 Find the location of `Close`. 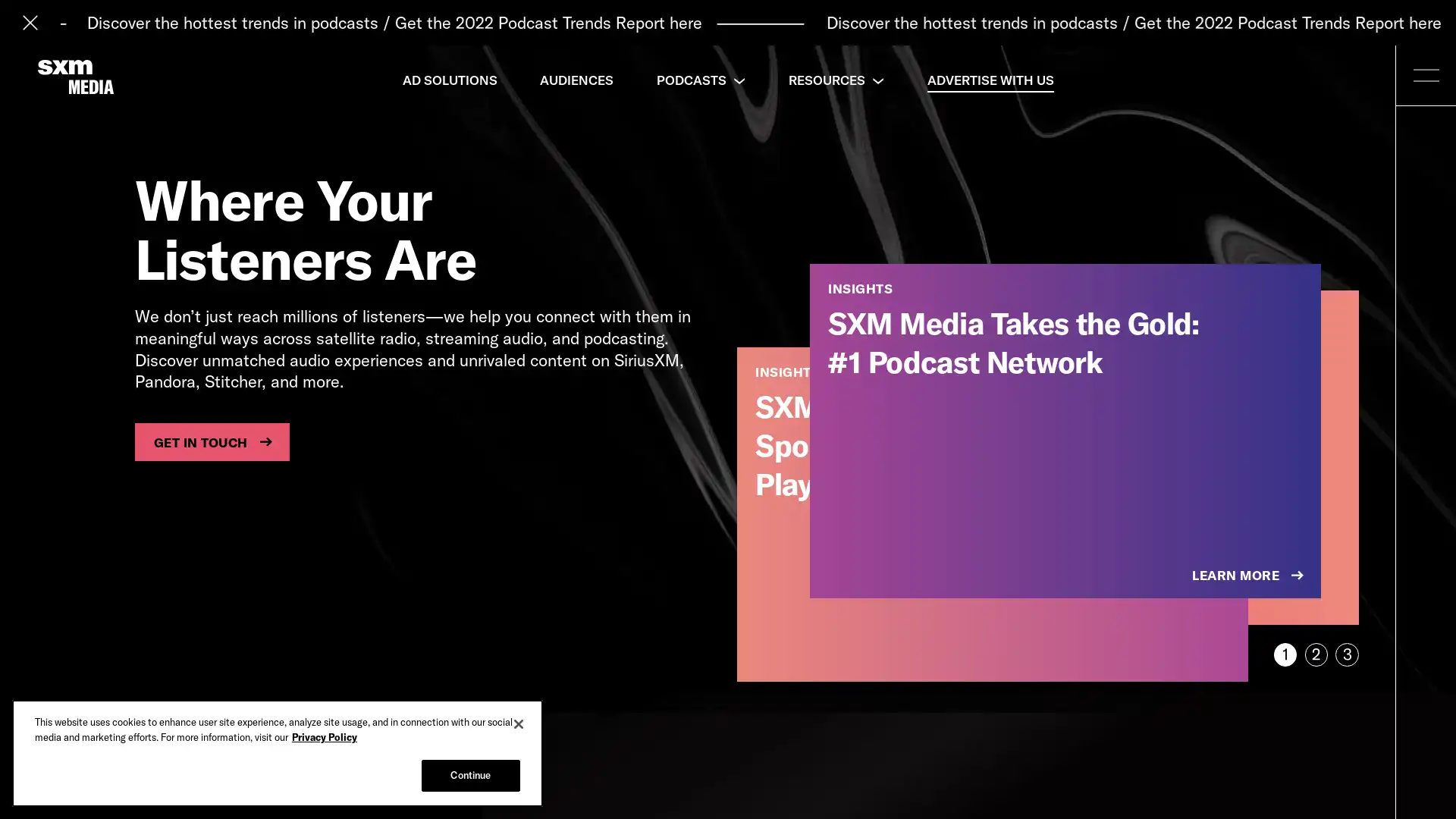

Close is located at coordinates (519, 723).